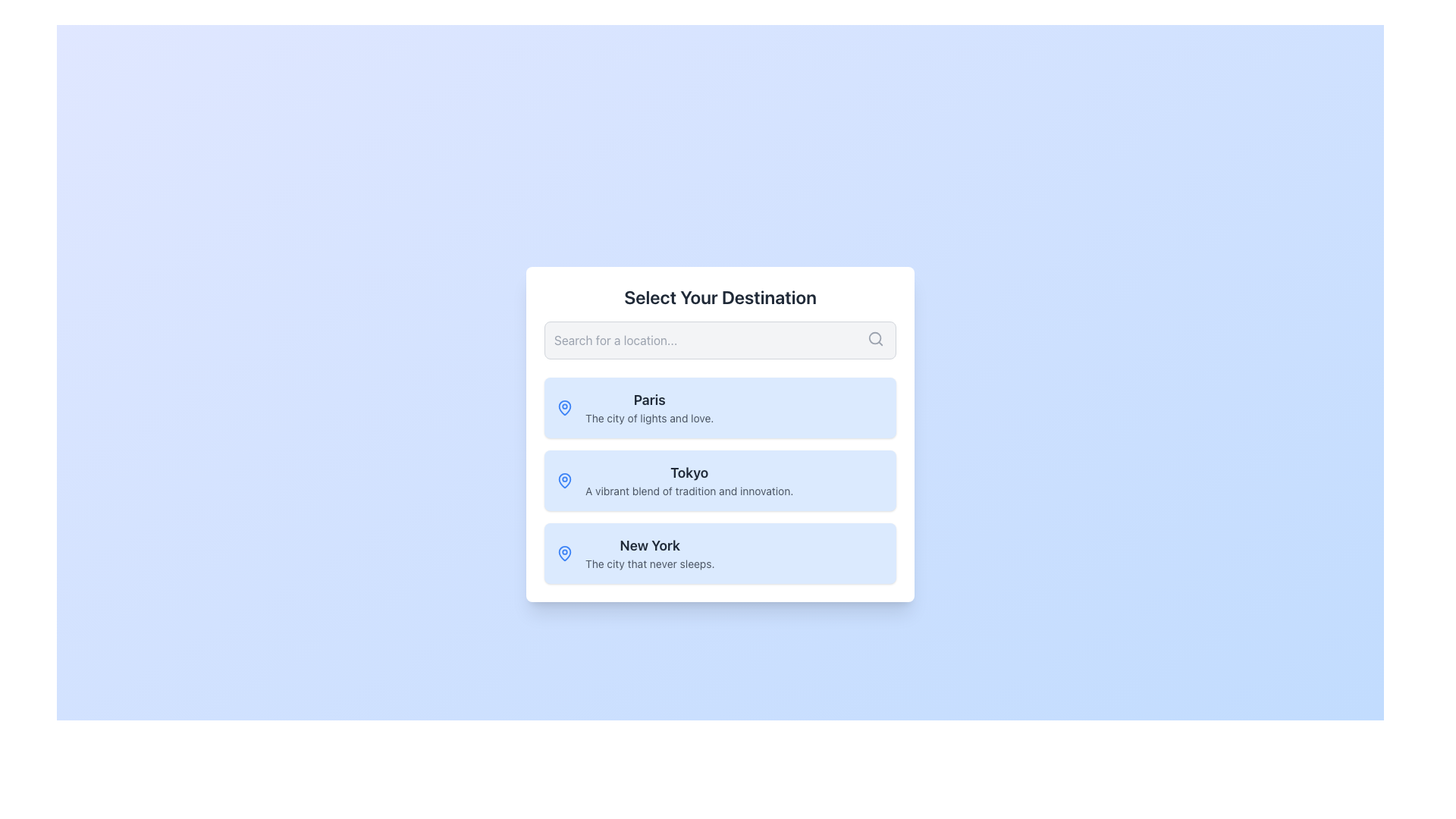 Image resolution: width=1456 pixels, height=819 pixels. I want to click on the text label displaying 'The city that never sleeps.' which is styled in a smaller-sized, gray-colored font and located beneath the text 'New York.', so click(650, 564).